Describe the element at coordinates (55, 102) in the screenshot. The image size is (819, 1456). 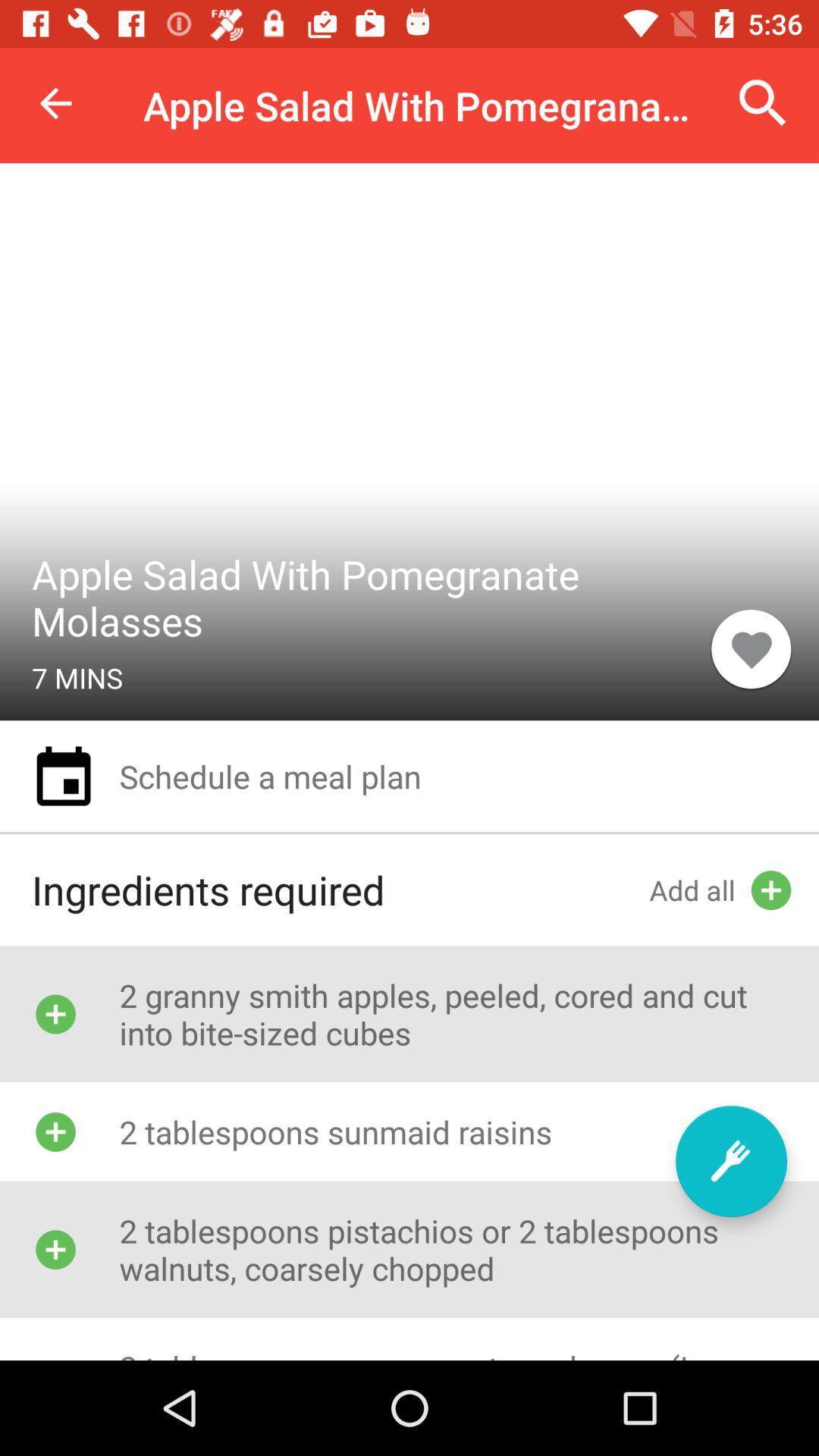
I see `item at the top left corner` at that location.